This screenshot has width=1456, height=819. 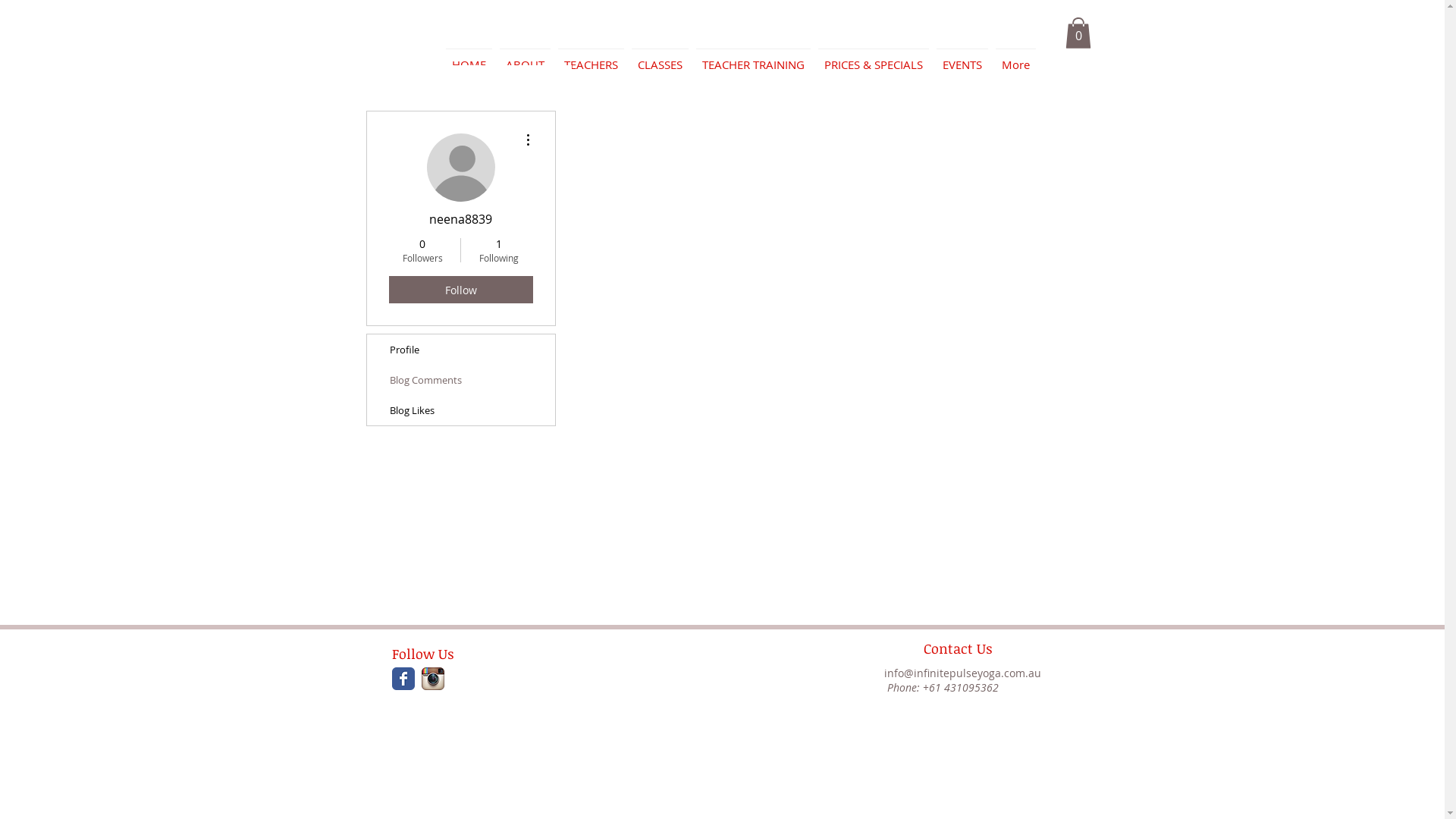 I want to click on '0', so click(x=1076, y=33).